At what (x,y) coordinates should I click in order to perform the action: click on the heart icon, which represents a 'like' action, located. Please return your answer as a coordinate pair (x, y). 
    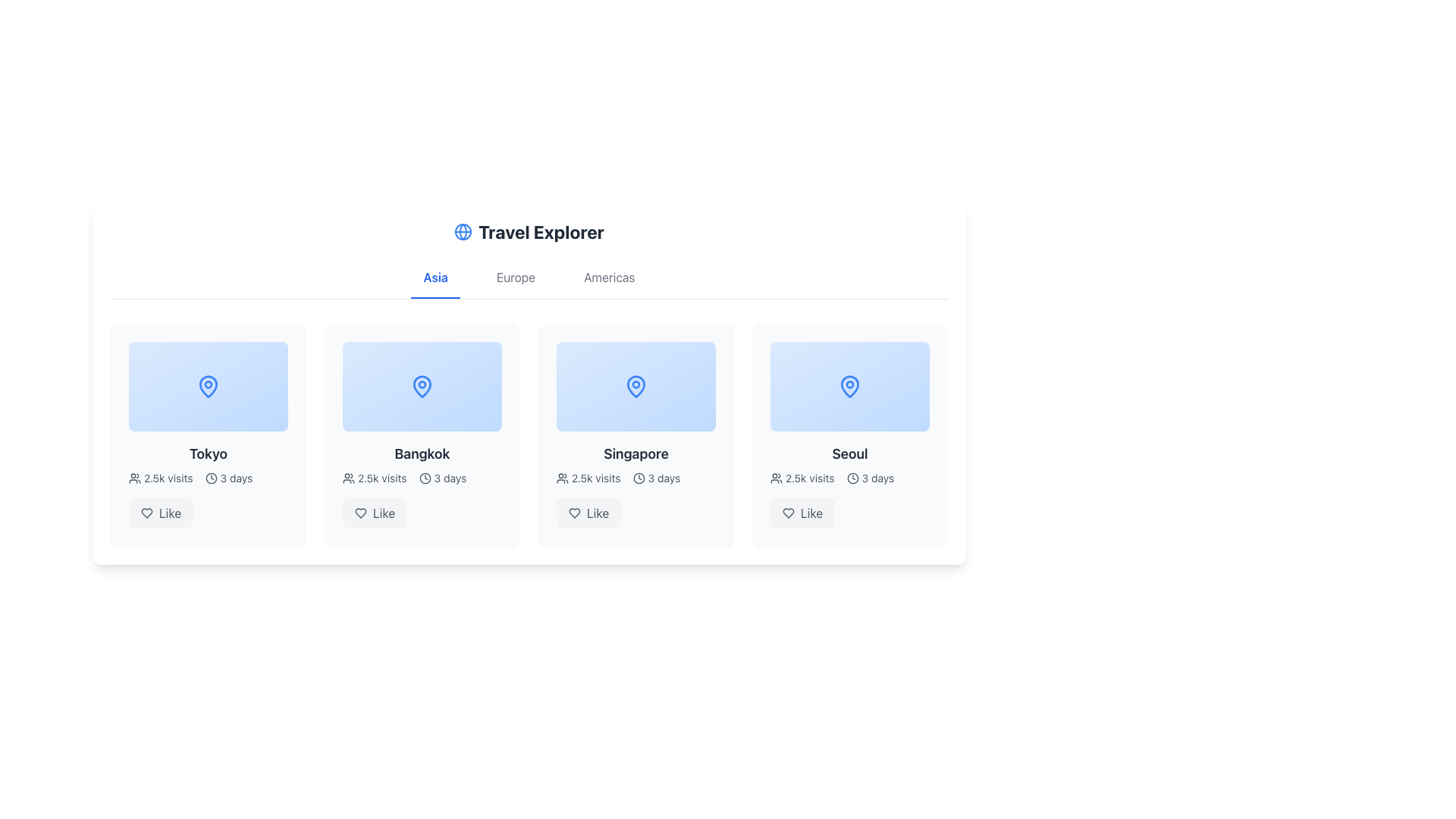
    Looking at the image, I should click on (789, 513).